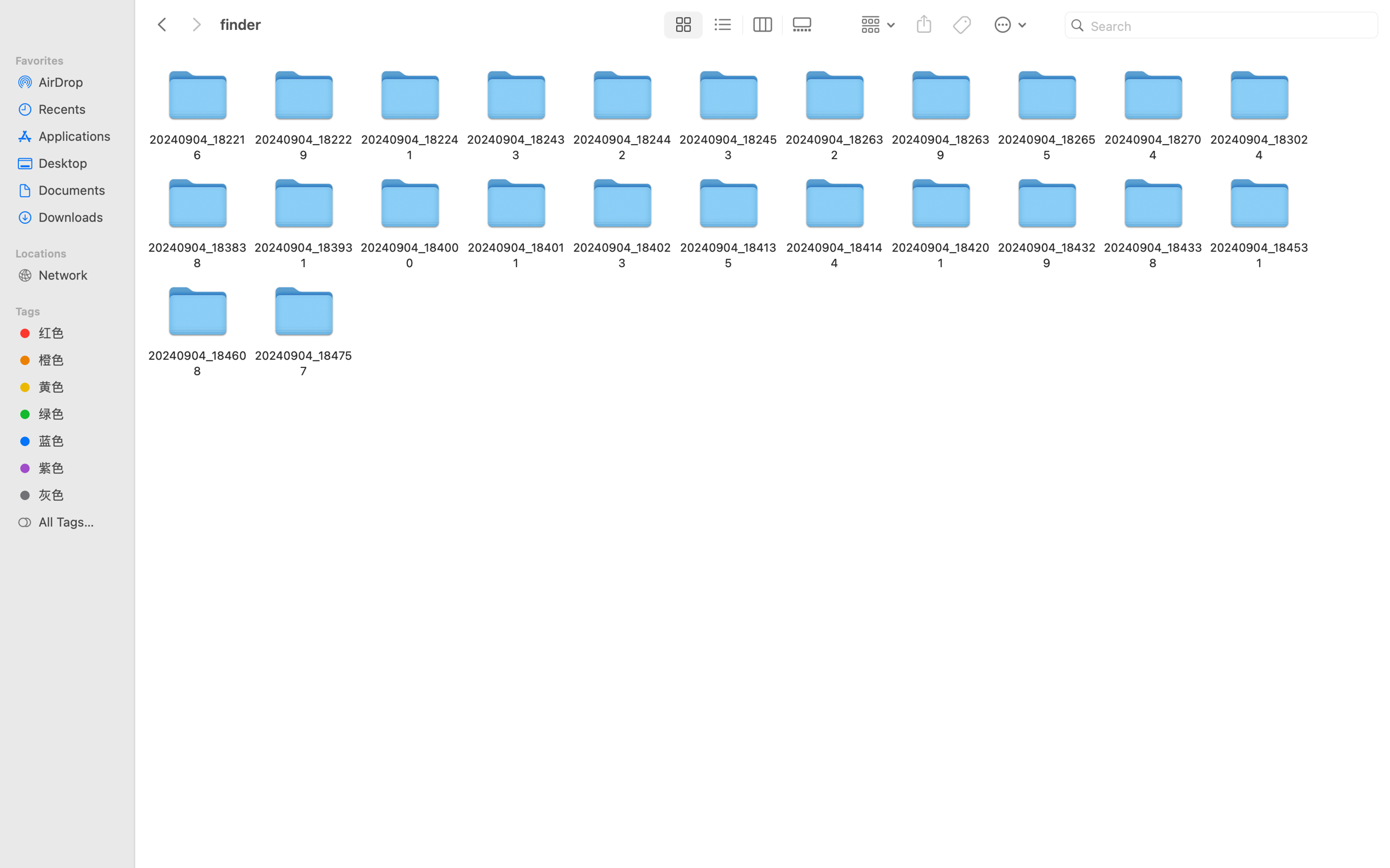 The height and width of the screenshot is (868, 1390). What do you see at coordinates (77, 494) in the screenshot?
I see `'灰色'` at bounding box center [77, 494].